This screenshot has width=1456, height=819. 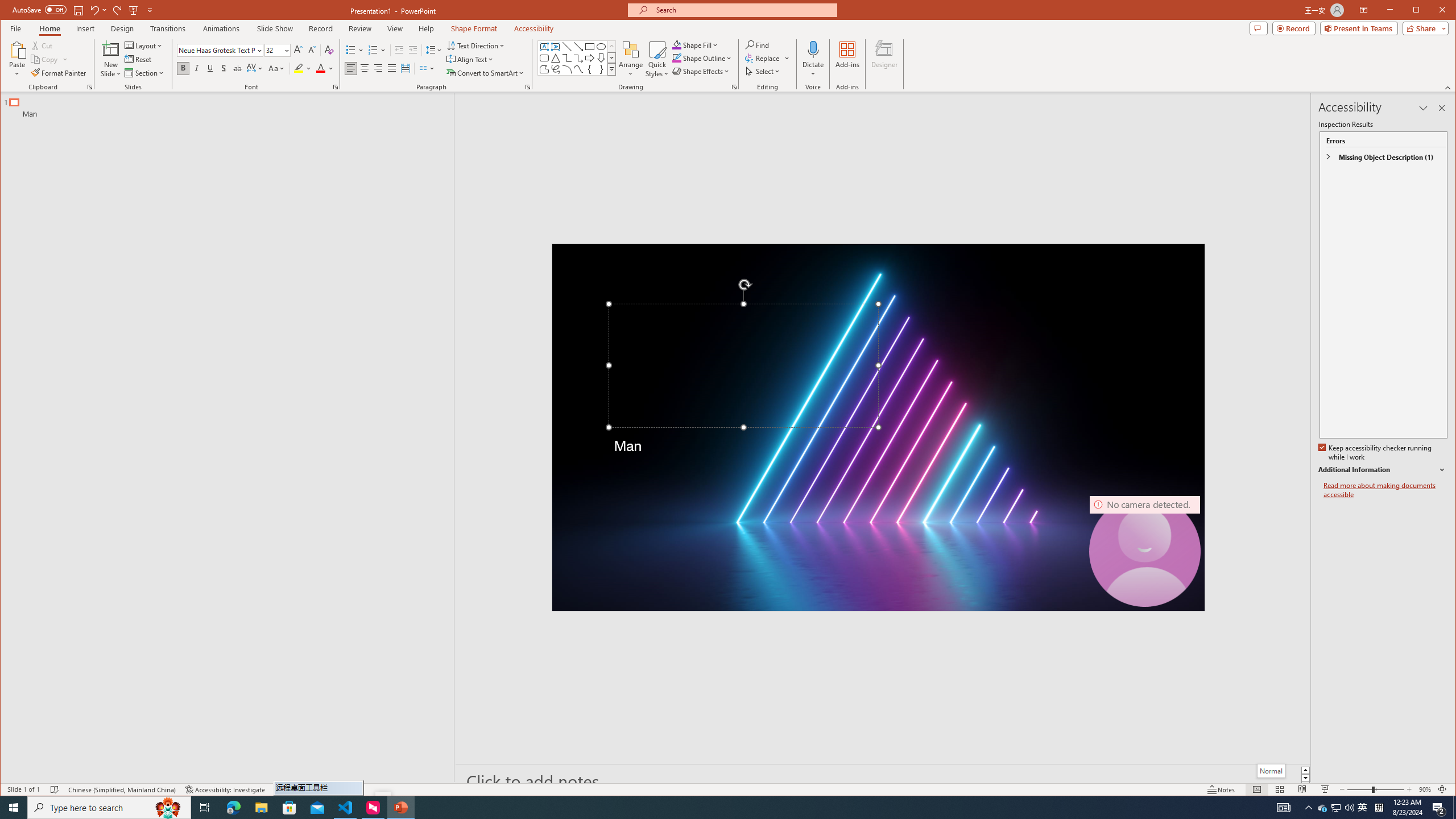 What do you see at coordinates (224, 68) in the screenshot?
I see `'Shadow'` at bounding box center [224, 68].